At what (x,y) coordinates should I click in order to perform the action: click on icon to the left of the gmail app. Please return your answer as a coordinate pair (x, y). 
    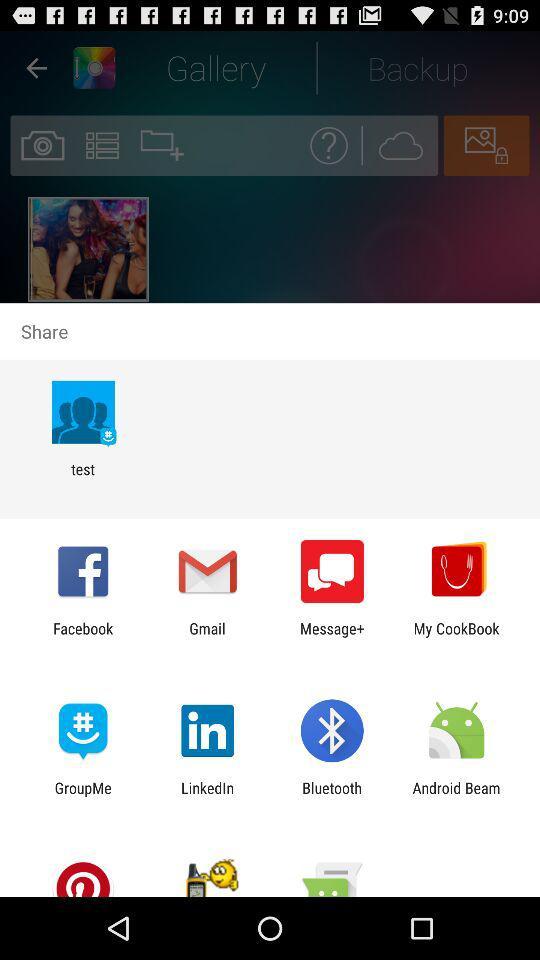
    Looking at the image, I should click on (82, 636).